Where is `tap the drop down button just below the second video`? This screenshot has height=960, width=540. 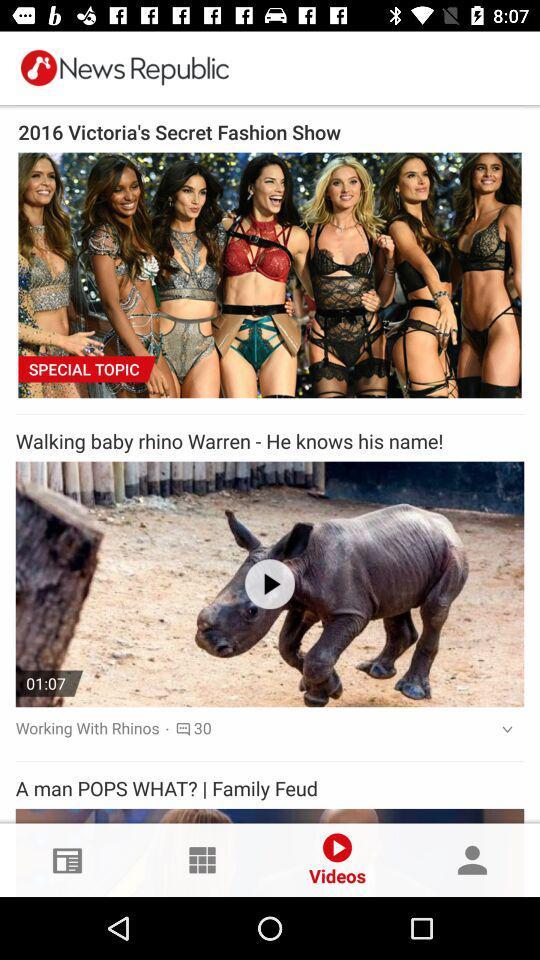
tap the drop down button just below the second video is located at coordinates (500, 729).